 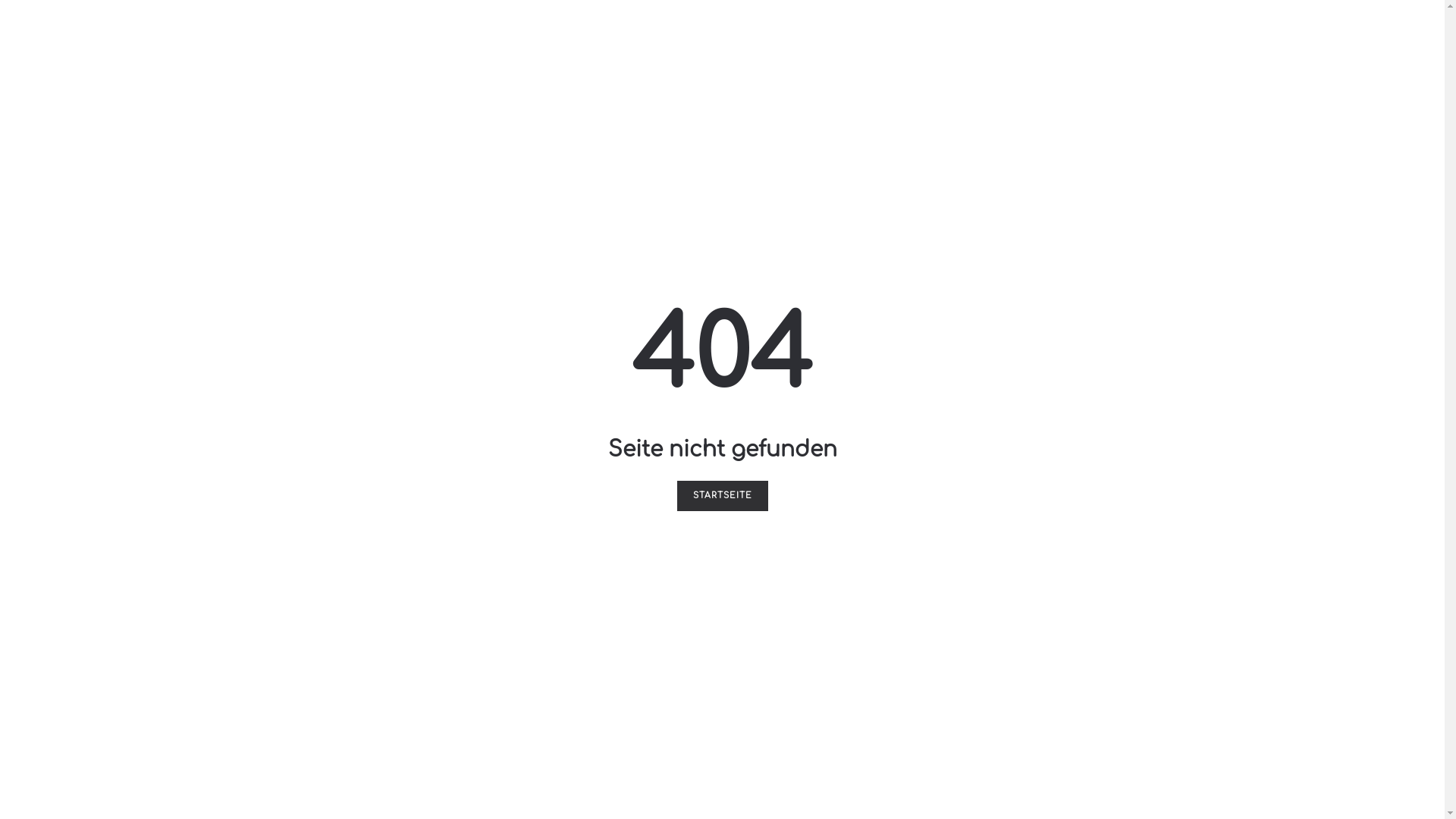 I want to click on 'STARTSEITE', so click(x=676, y=496).